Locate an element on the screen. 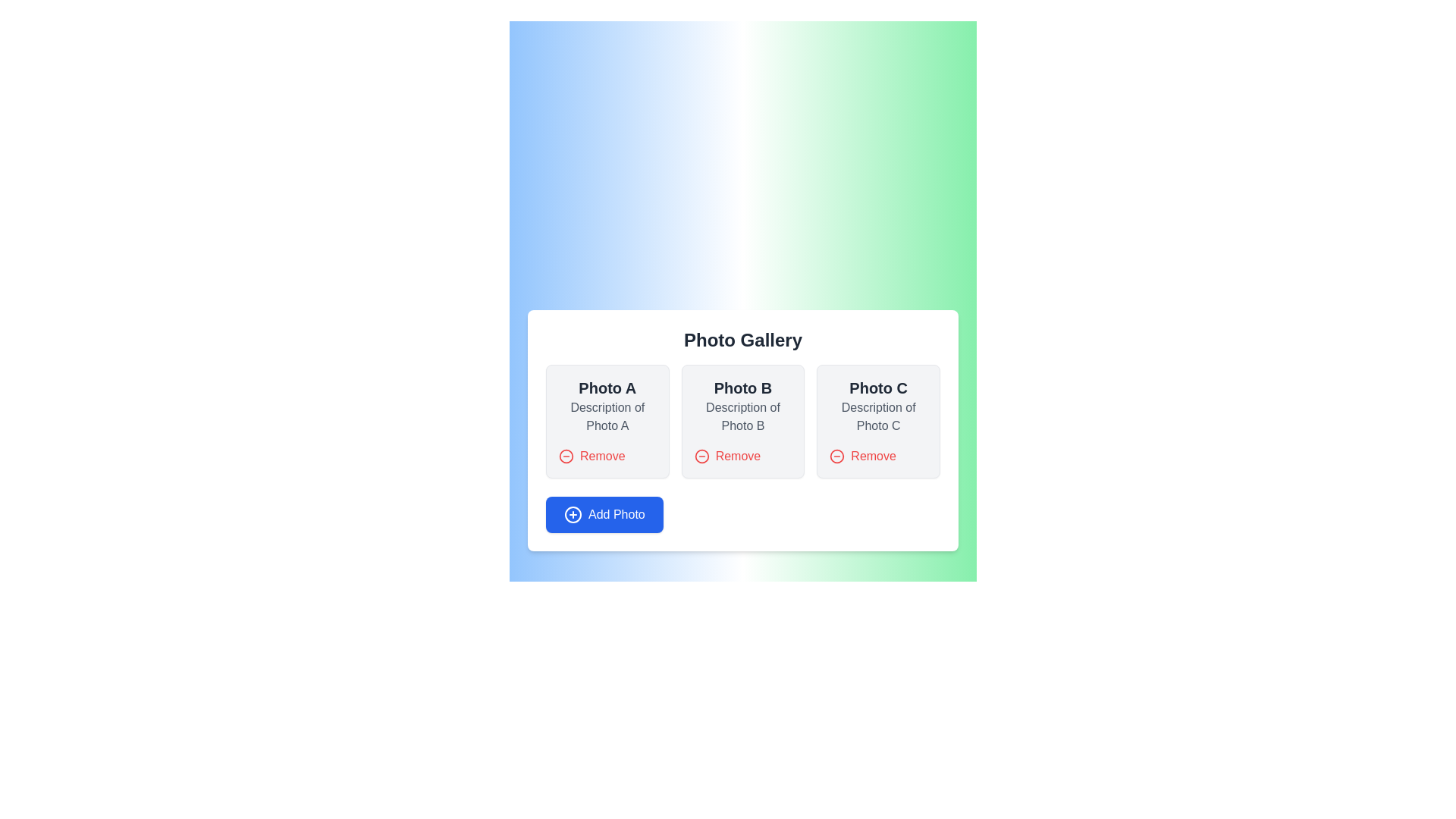  the remove icon button located above and to the left of the 'Remove' text label in the Photo B section of the gallery is located at coordinates (566, 455).